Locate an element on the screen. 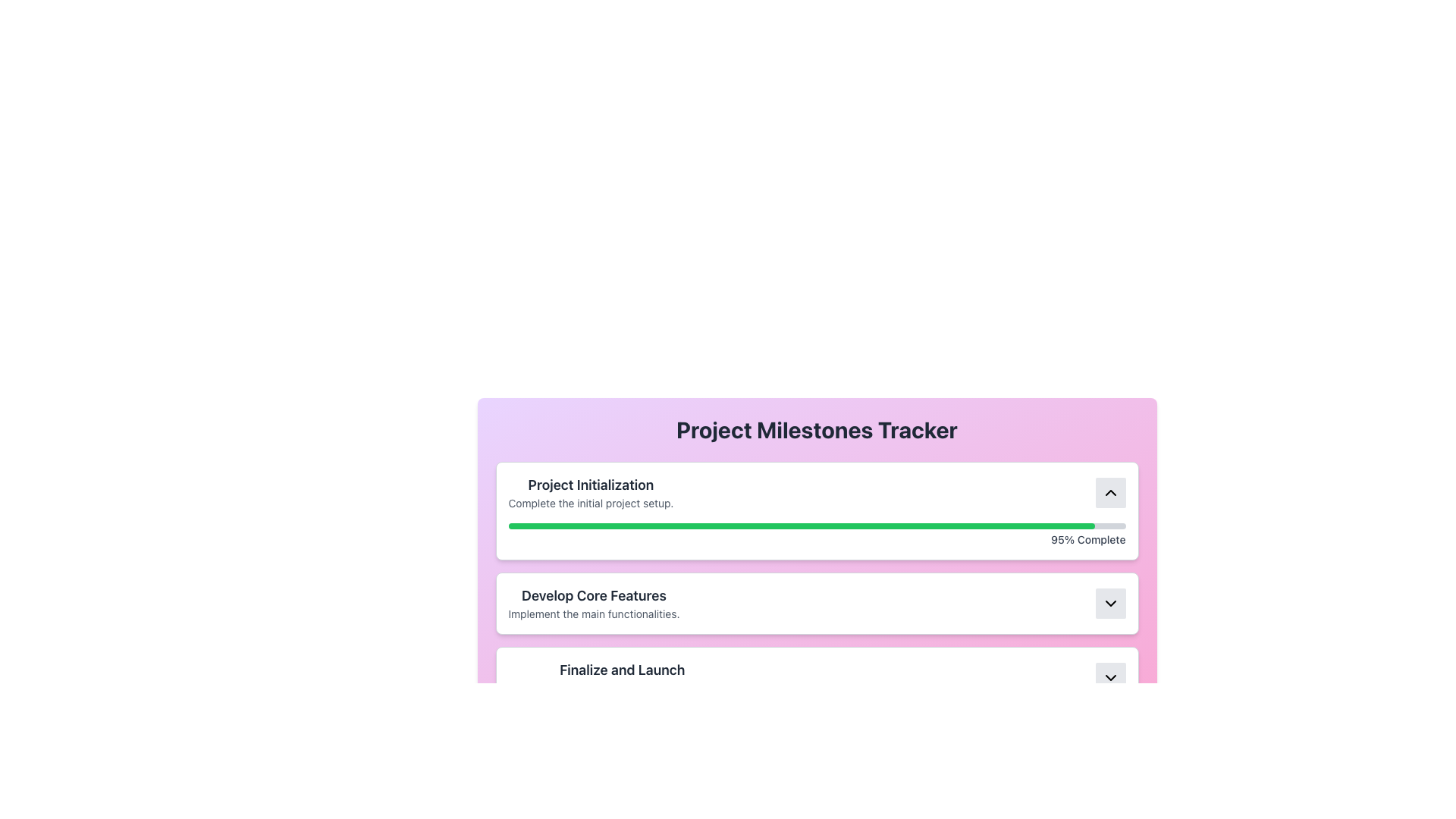 The height and width of the screenshot is (819, 1456). the text label that reads 'Project Initialization', which is styled in a larger bold font and colored dark gray, located at the upper section of a milestone card is located at coordinates (590, 485).